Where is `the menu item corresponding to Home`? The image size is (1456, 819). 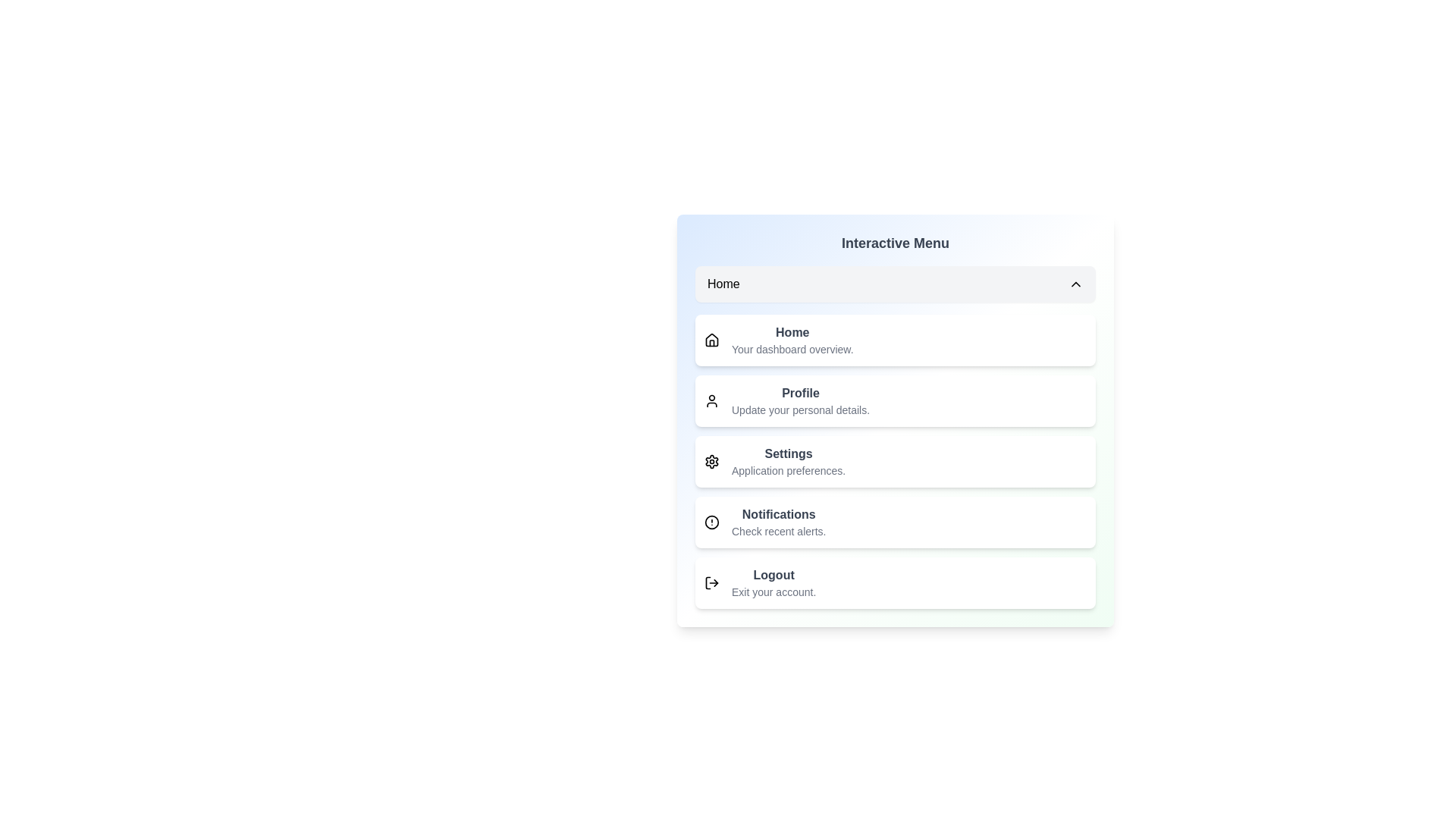
the menu item corresponding to Home is located at coordinates (895, 284).